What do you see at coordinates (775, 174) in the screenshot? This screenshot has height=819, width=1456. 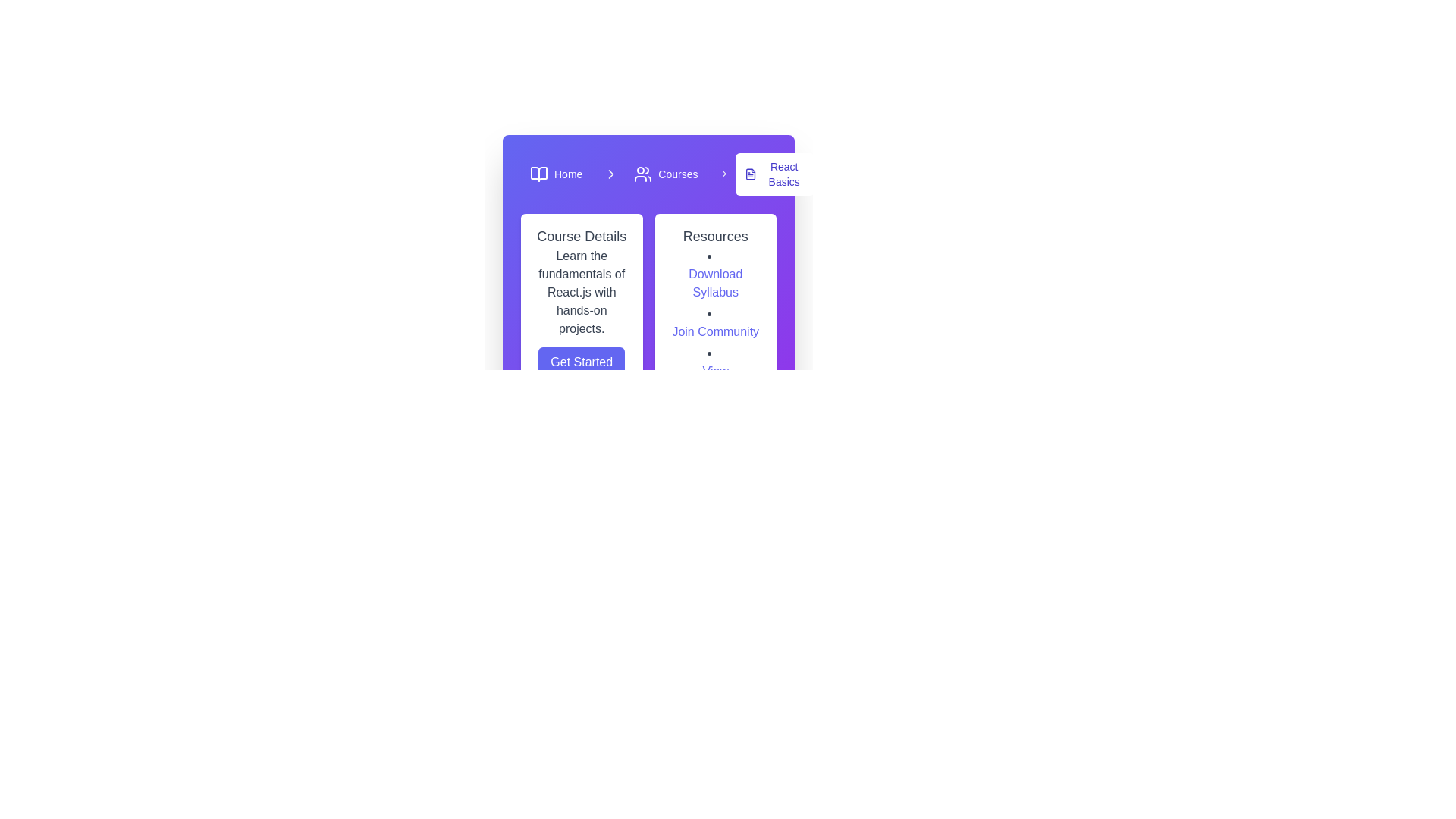 I see `the 'React Basics' button, which is styled with a bold text label and a document icon, located in the top-right of a purple card` at bounding box center [775, 174].